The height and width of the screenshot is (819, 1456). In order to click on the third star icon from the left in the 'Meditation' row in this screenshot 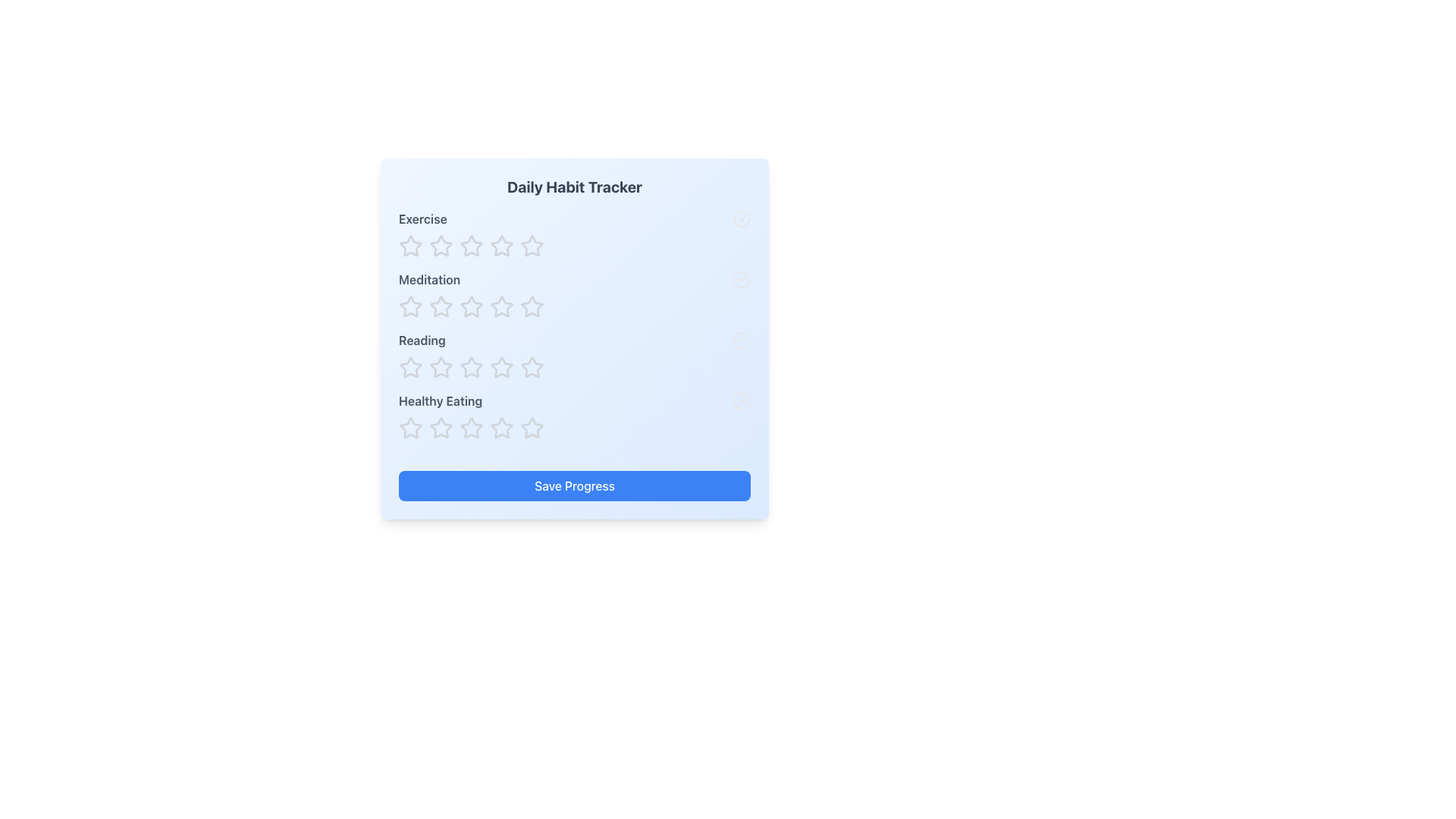, I will do `click(532, 306)`.